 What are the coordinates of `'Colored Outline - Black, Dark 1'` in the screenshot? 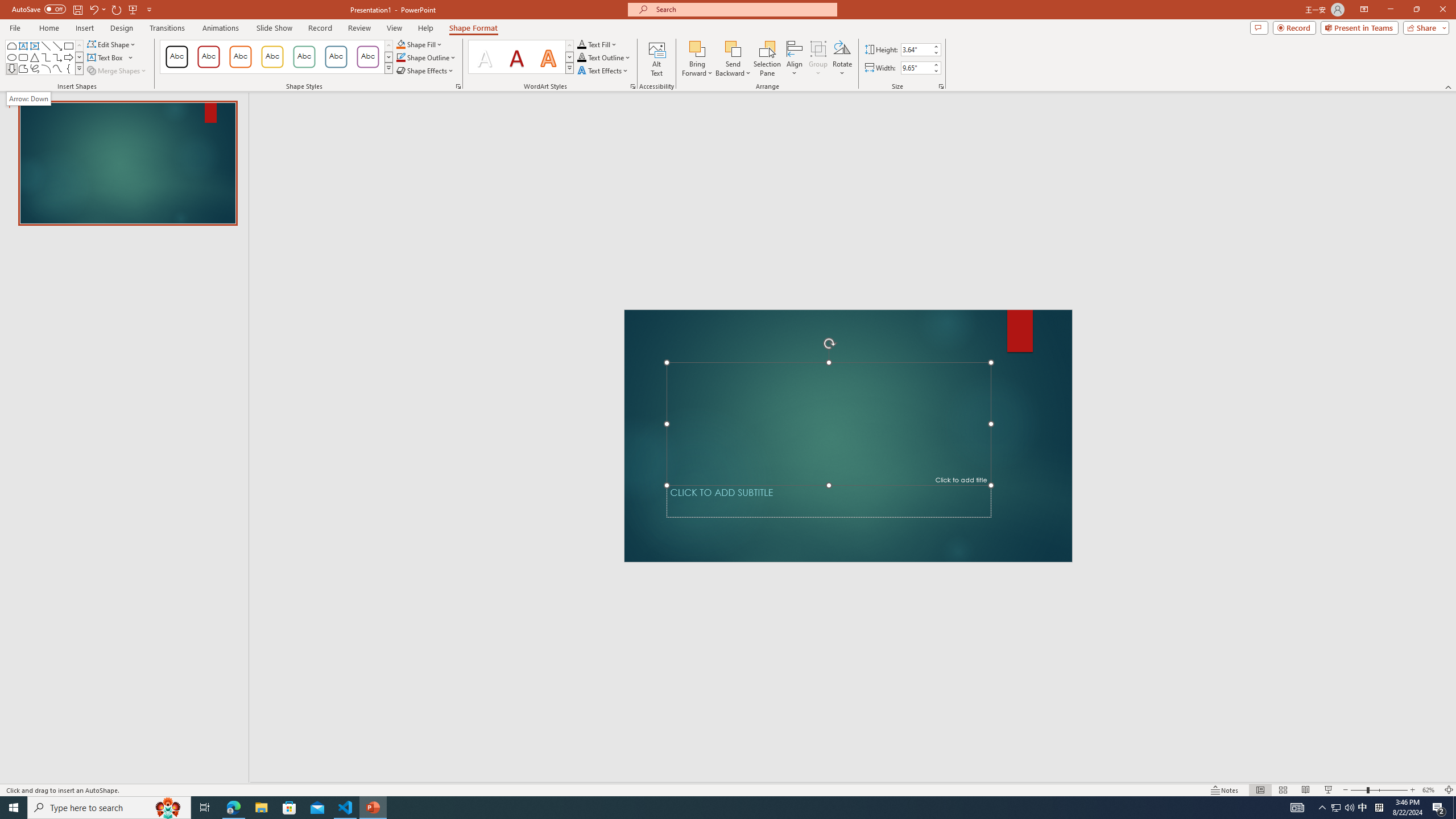 It's located at (176, 56).